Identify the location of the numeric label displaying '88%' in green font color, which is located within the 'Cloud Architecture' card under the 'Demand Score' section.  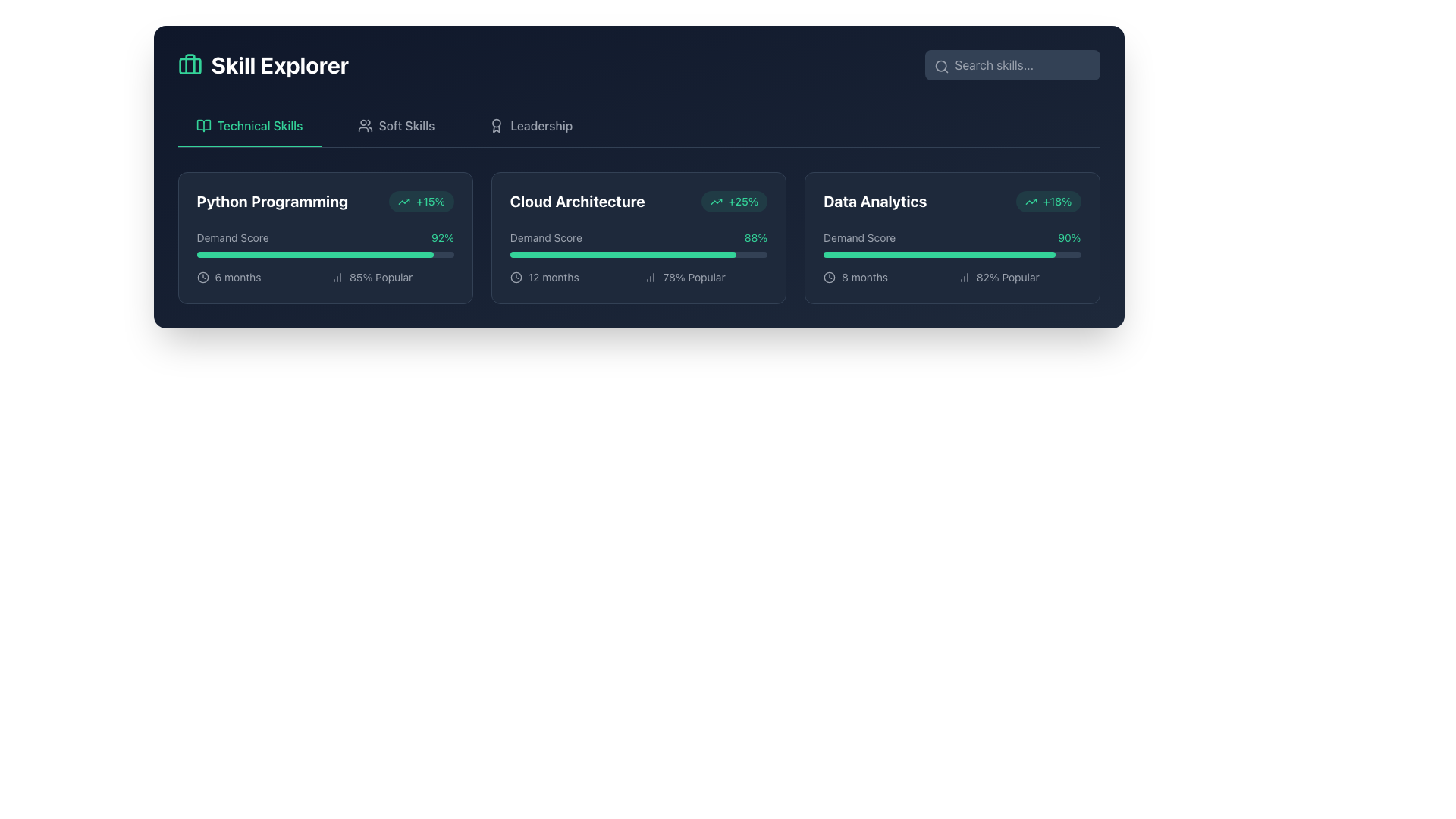
(755, 237).